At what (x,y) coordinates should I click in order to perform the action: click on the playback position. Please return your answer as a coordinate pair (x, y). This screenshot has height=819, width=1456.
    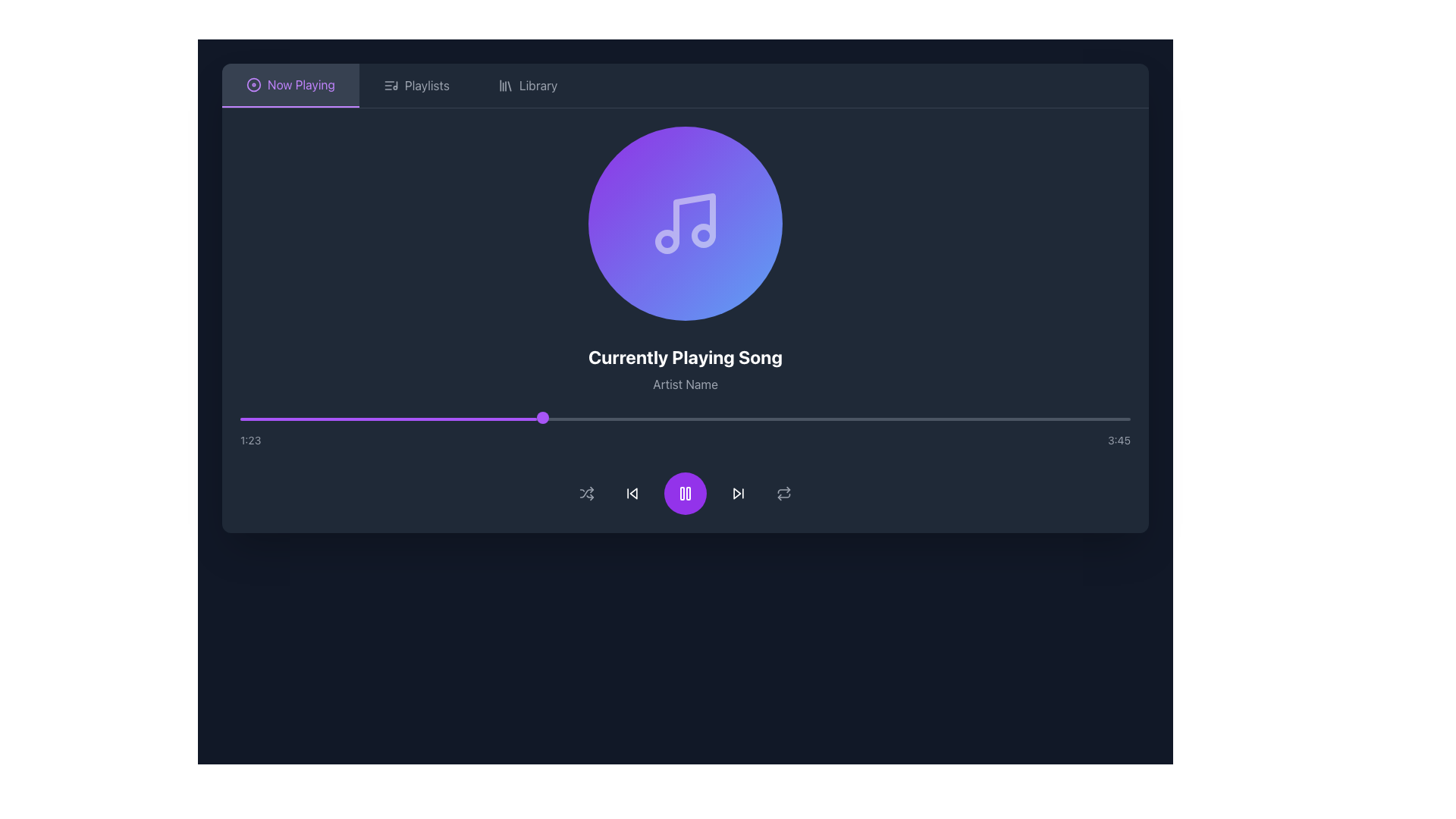
    Looking at the image, I should click on (748, 419).